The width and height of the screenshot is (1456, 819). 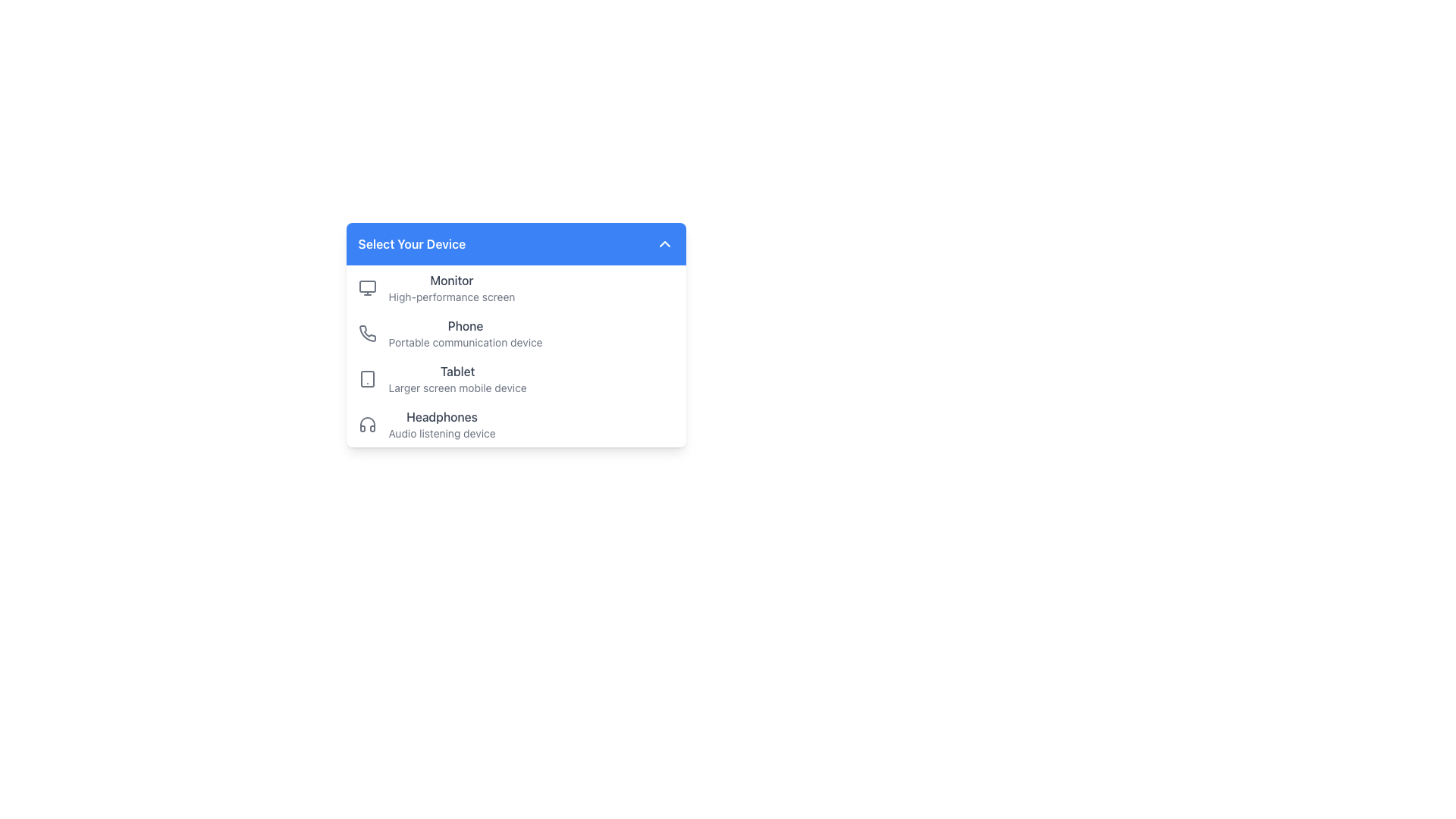 What do you see at coordinates (367, 332) in the screenshot?
I see `the phone icon which represents the 'Phone' option in the 'Select Your Device' section, located second in the list` at bounding box center [367, 332].